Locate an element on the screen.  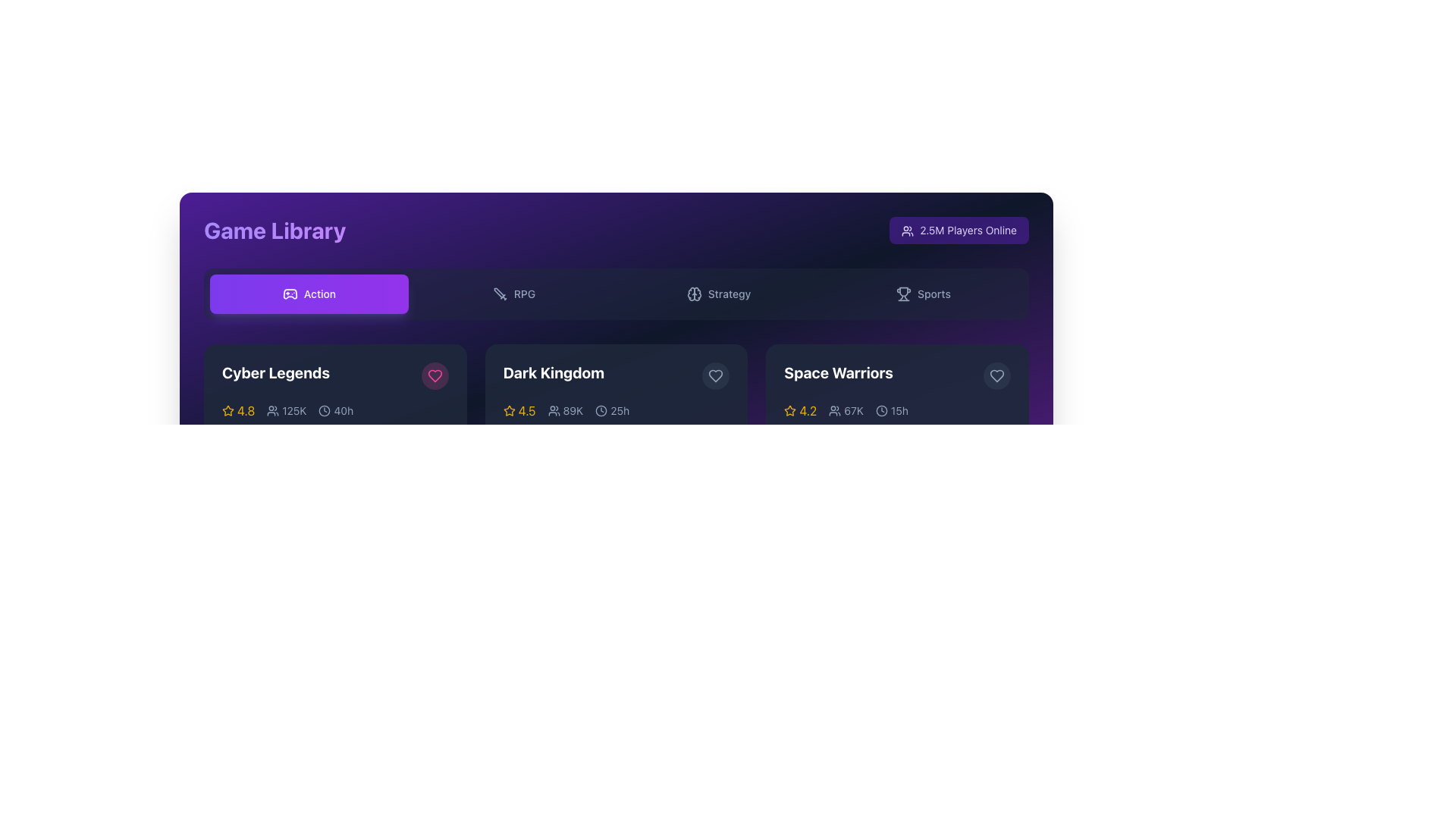
numeric rating '4.5' displayed next to the yellow outlined star icon in the lower-left part of the 'Dark Kingdom' game card is located at coordinates (519, 411).